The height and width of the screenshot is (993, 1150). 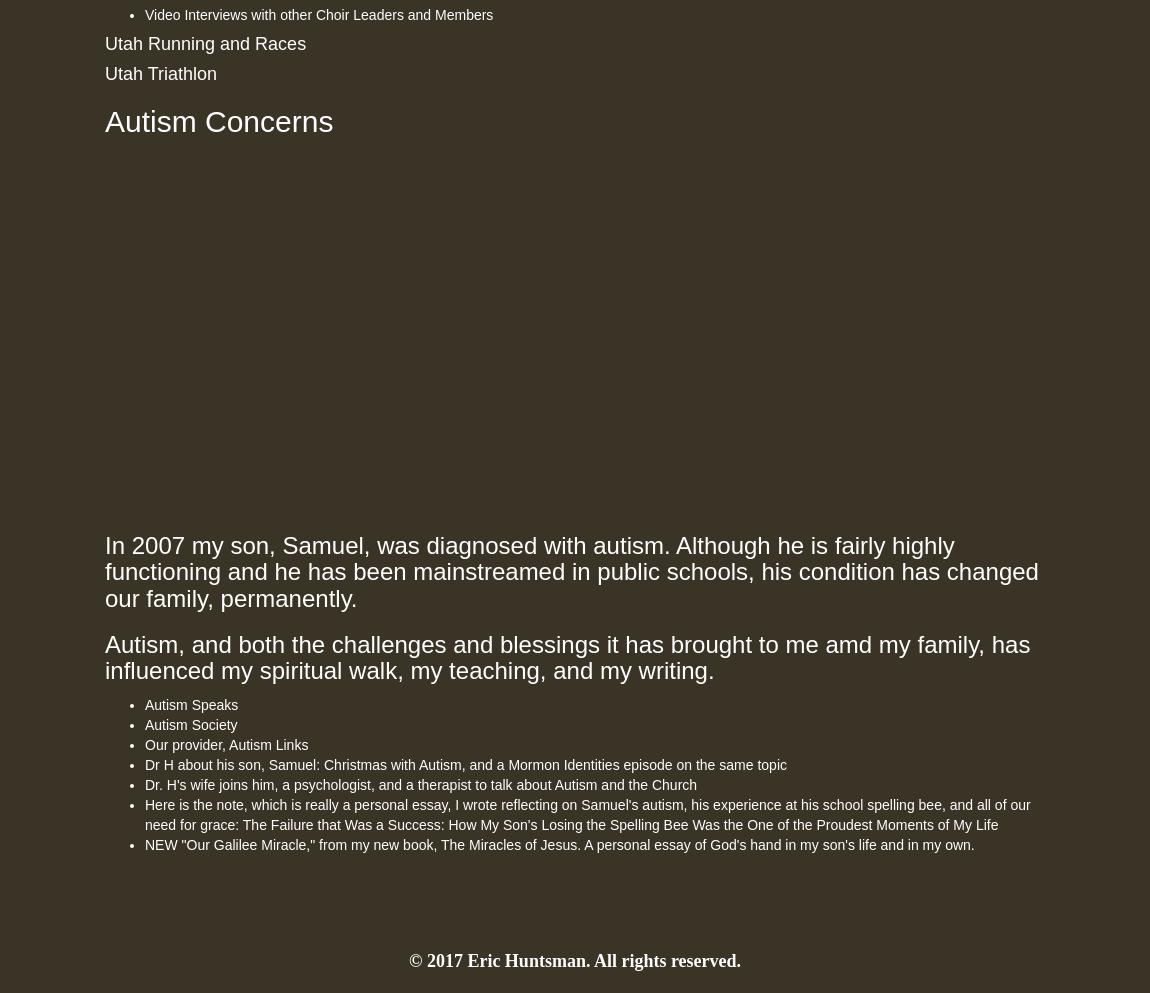 I want to click on 'Mormon Identities episode on the same topic', so click(x=507, y=763).